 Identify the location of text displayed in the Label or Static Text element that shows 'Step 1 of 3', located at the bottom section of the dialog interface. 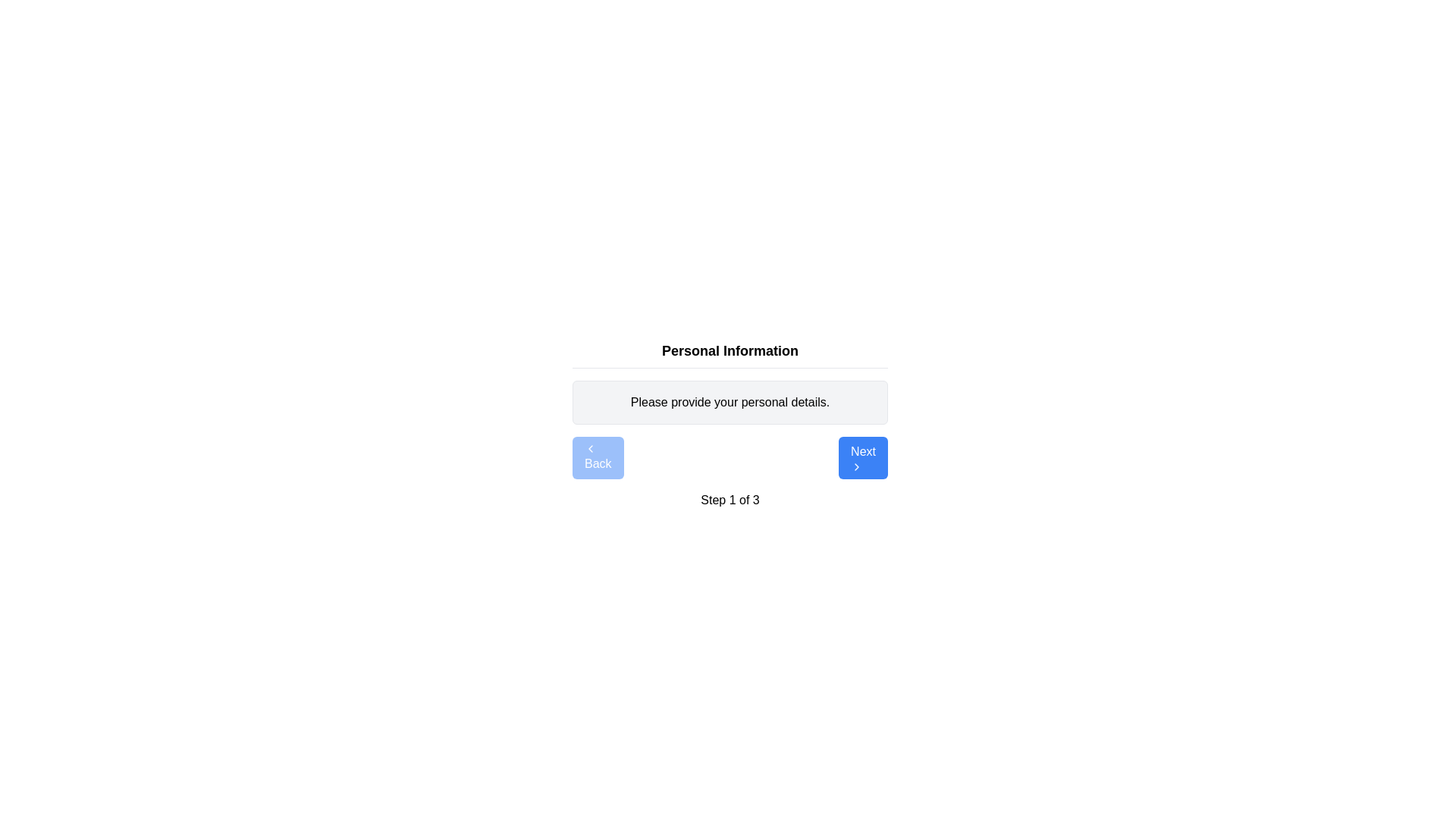
(730, 500).